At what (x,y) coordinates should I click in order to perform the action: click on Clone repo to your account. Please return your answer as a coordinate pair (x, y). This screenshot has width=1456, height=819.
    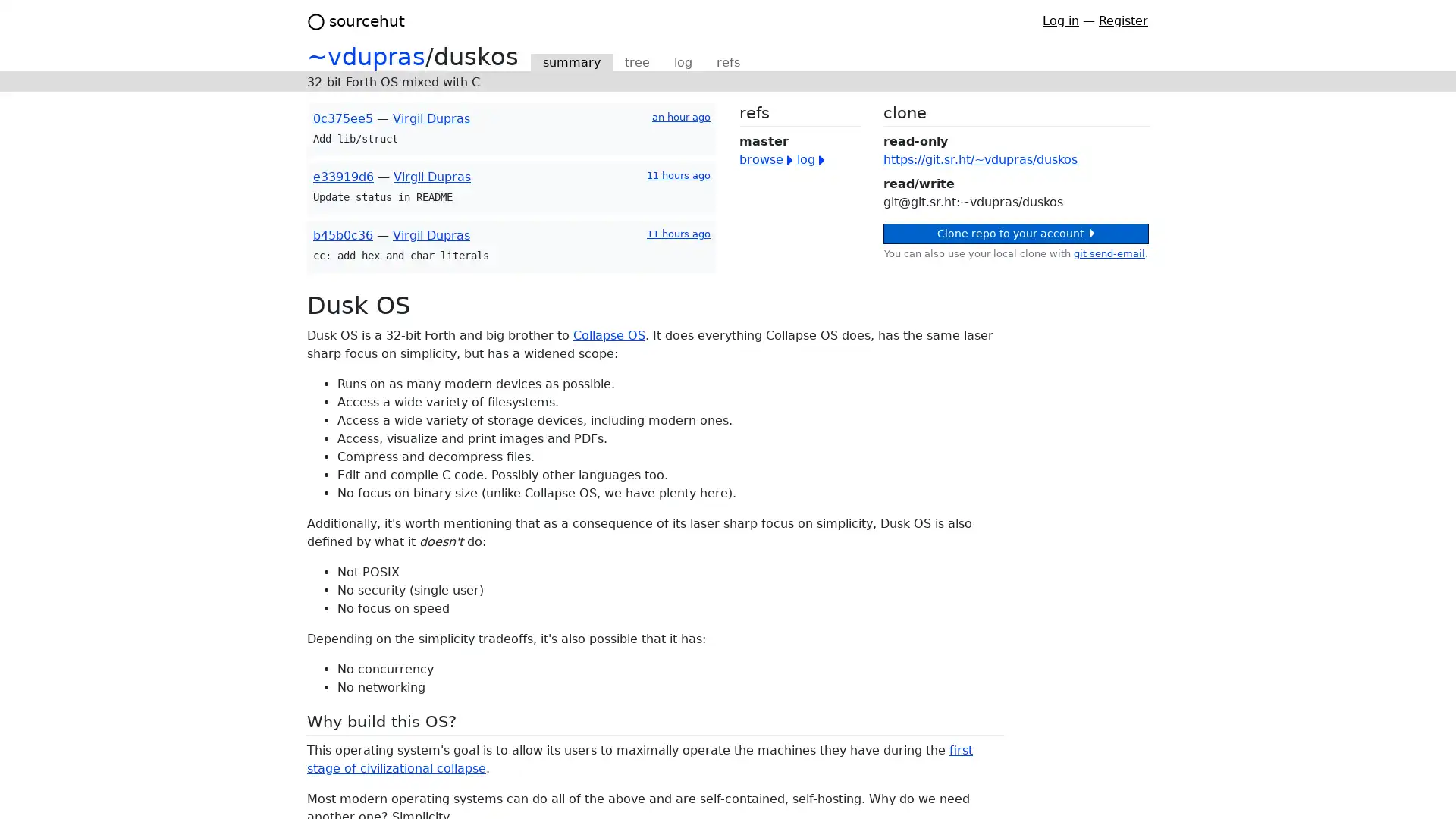
    Looking at the image, I should click on (1015, 234).